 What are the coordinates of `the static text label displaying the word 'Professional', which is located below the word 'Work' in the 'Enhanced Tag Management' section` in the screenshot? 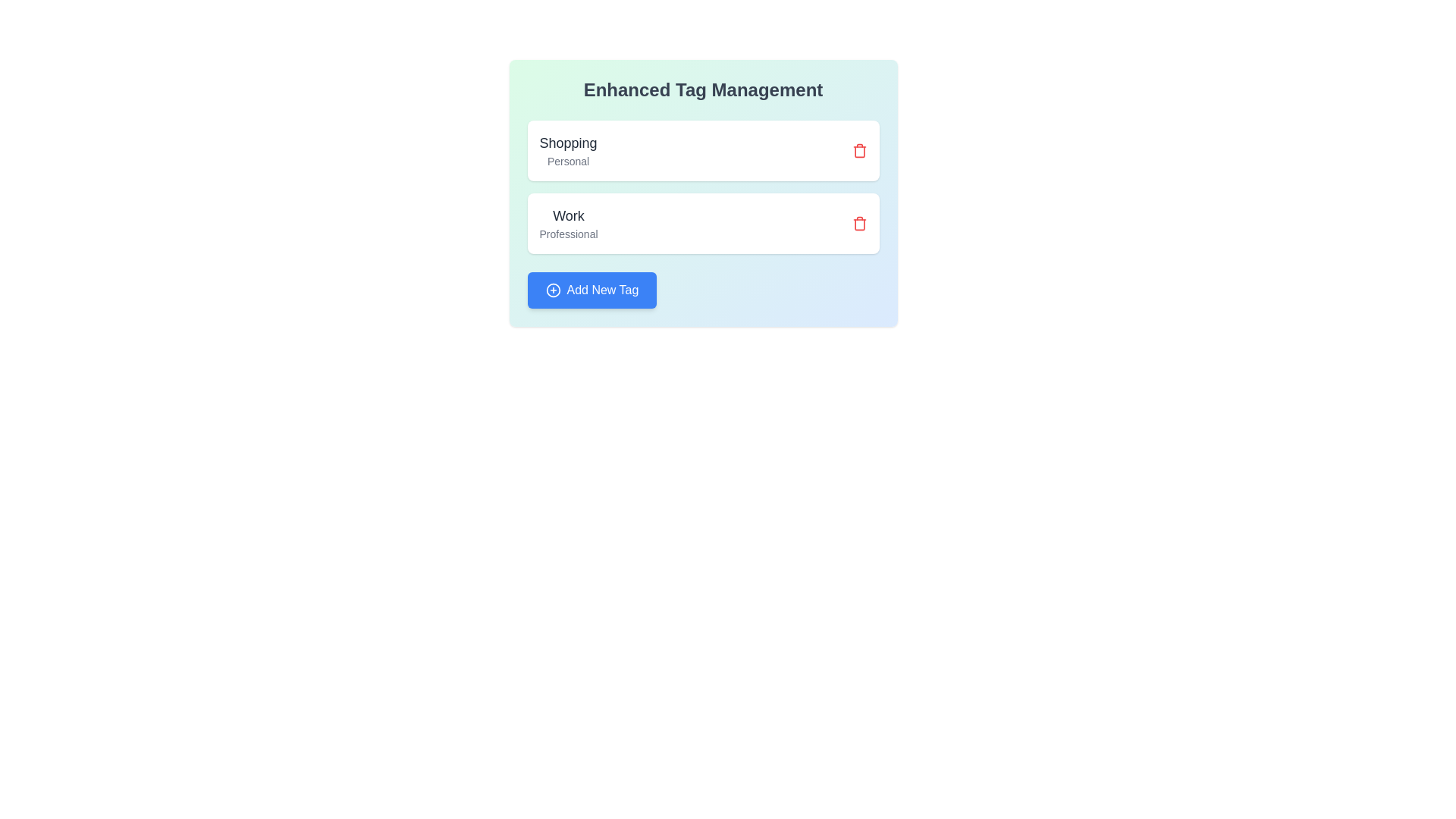 It's located at (567, 234).